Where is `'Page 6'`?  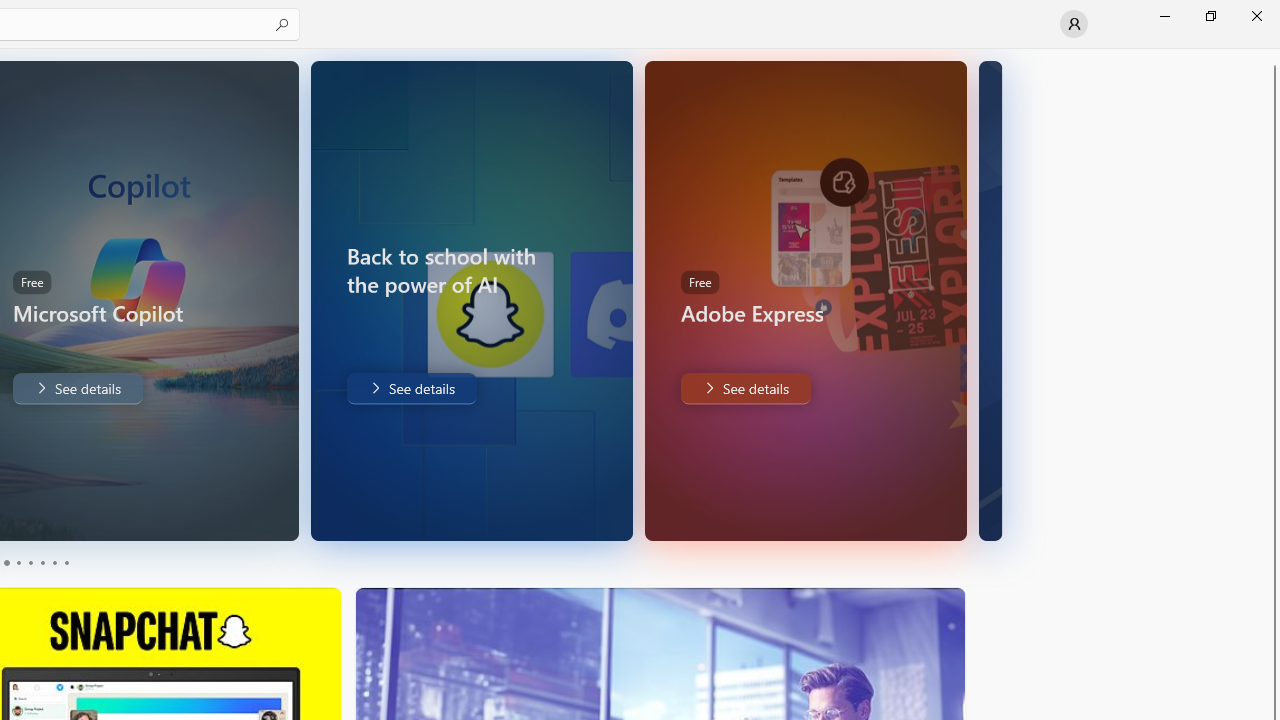
'Page 6' is located at coordinates (65, 563).